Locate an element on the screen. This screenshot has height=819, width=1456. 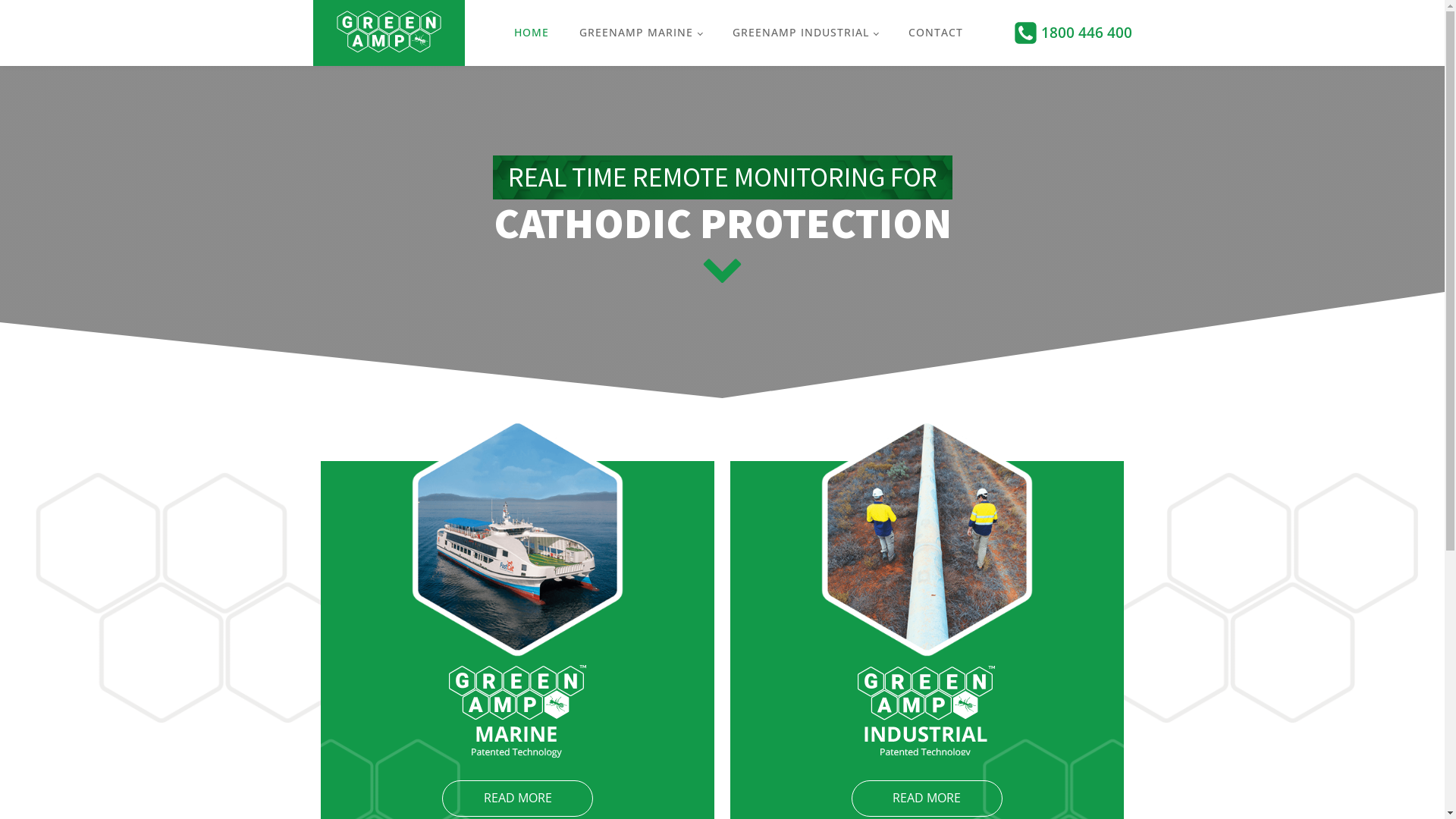
'GREENAMP MARINE' is located at coordinates (640, 32).